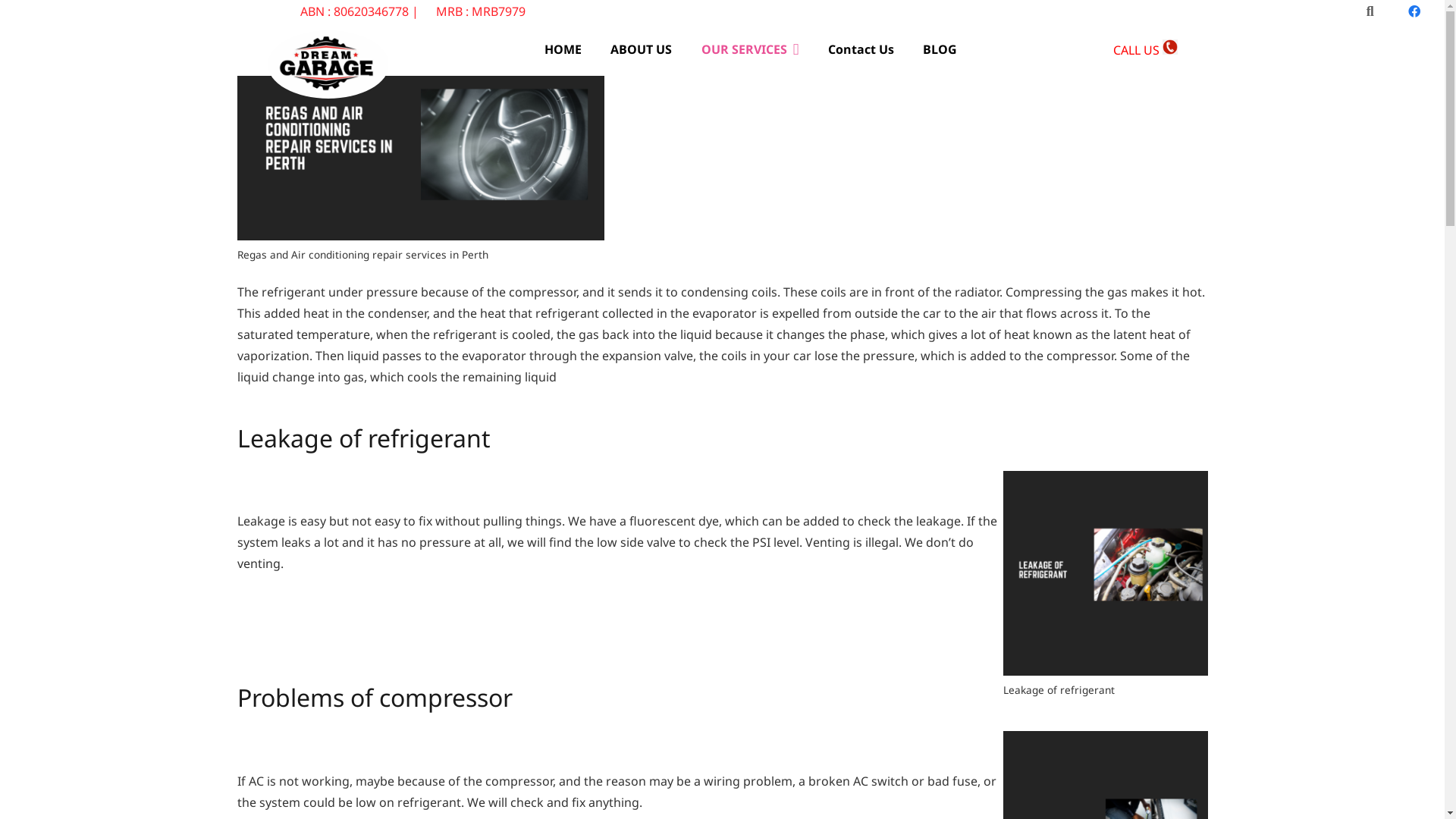 This screenshot has width=1456, height=819. What do you see at coordinates (641, 49) in the screenshot?
I see `'ABOUT US'` at bounding box center [641, 49].